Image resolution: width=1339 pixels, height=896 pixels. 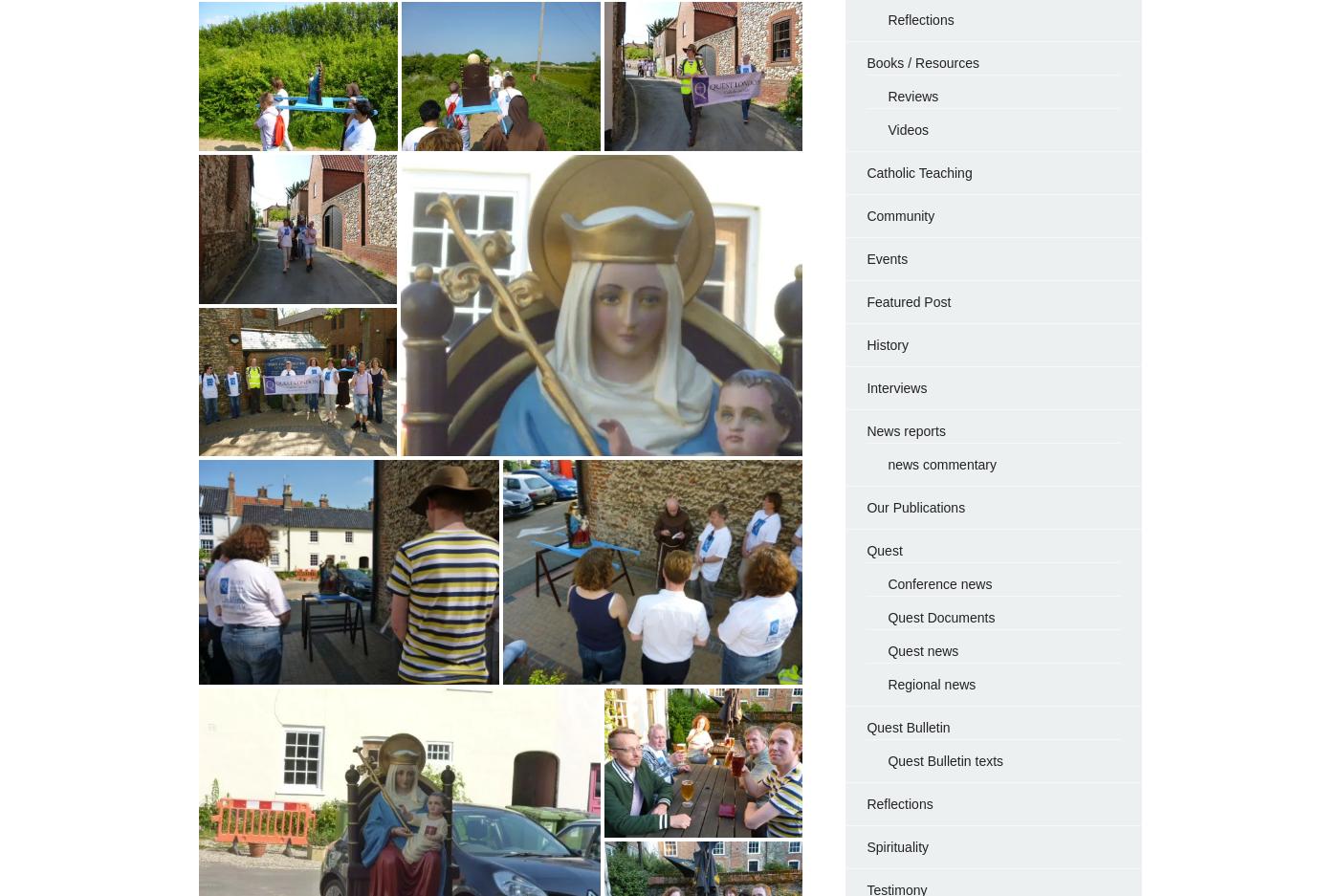 I want to click on 'Community', so click(x=900, y=213).